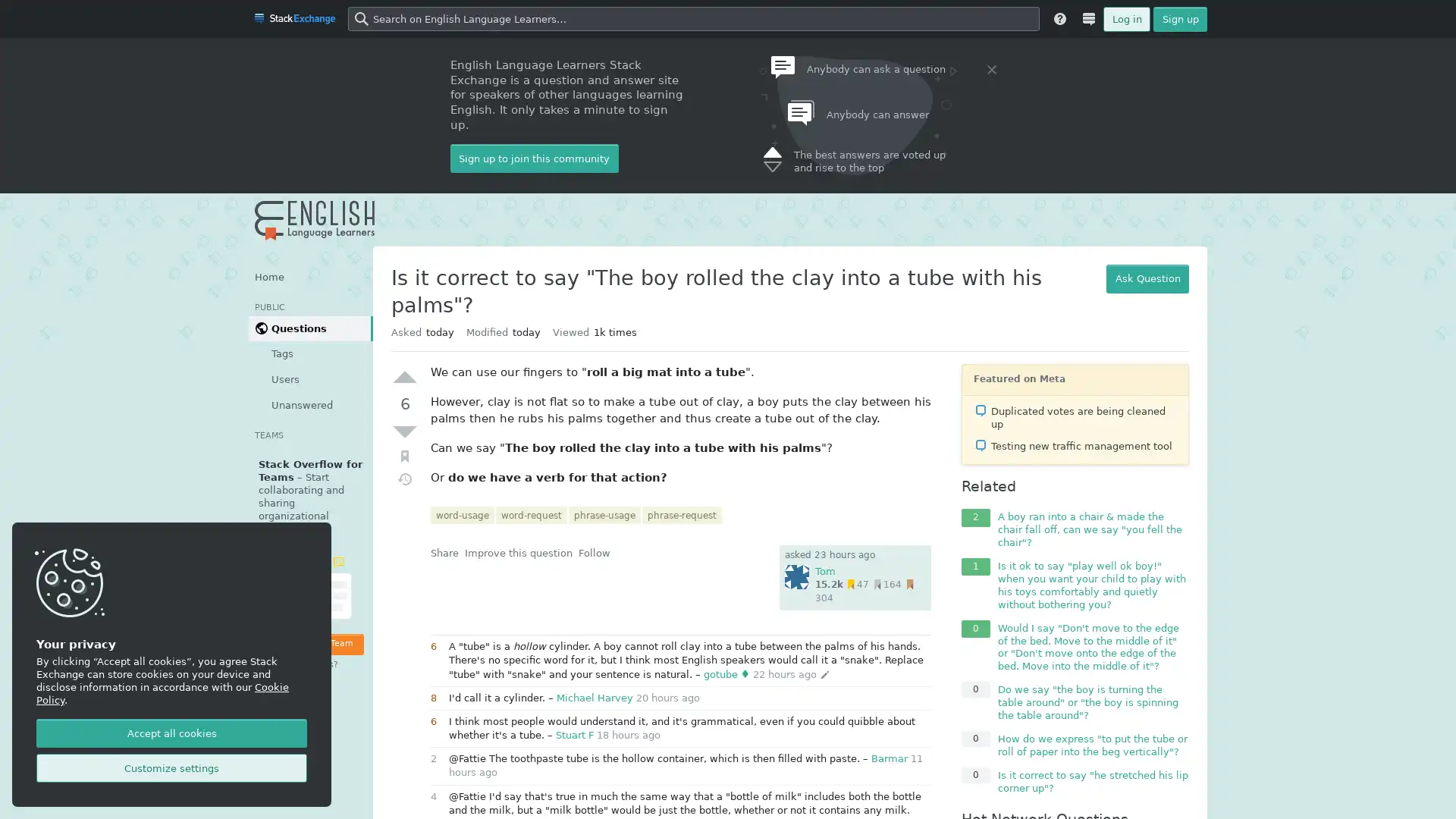 This screenshot has height=819, width=1456. Describe the element at coordinates (404, 431) in the screenshot. I see `Down vote` at that location.